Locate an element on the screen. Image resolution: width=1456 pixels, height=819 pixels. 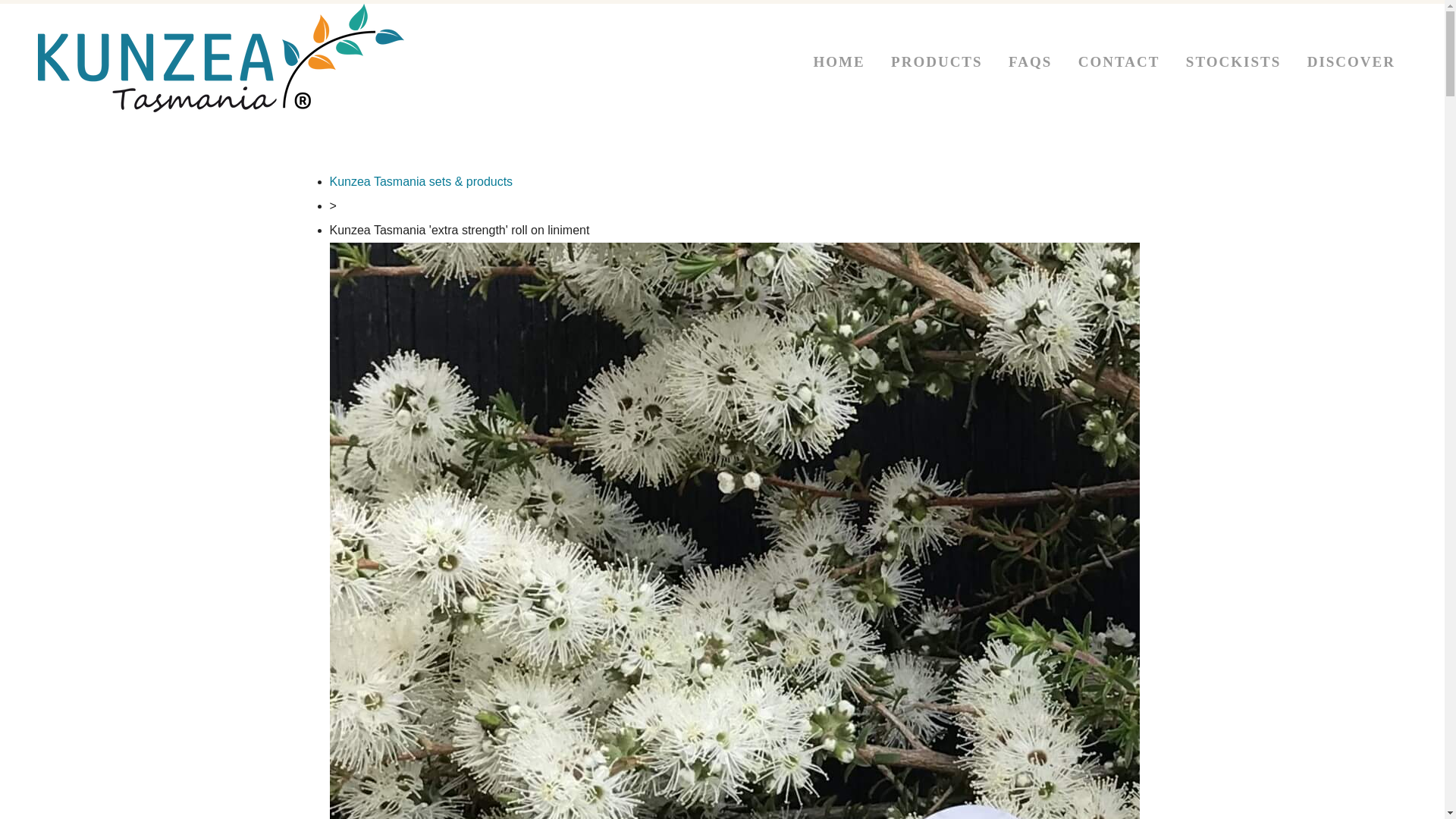
'Kunzea Tasmania sets & products' is located at coordinates (421, 180).